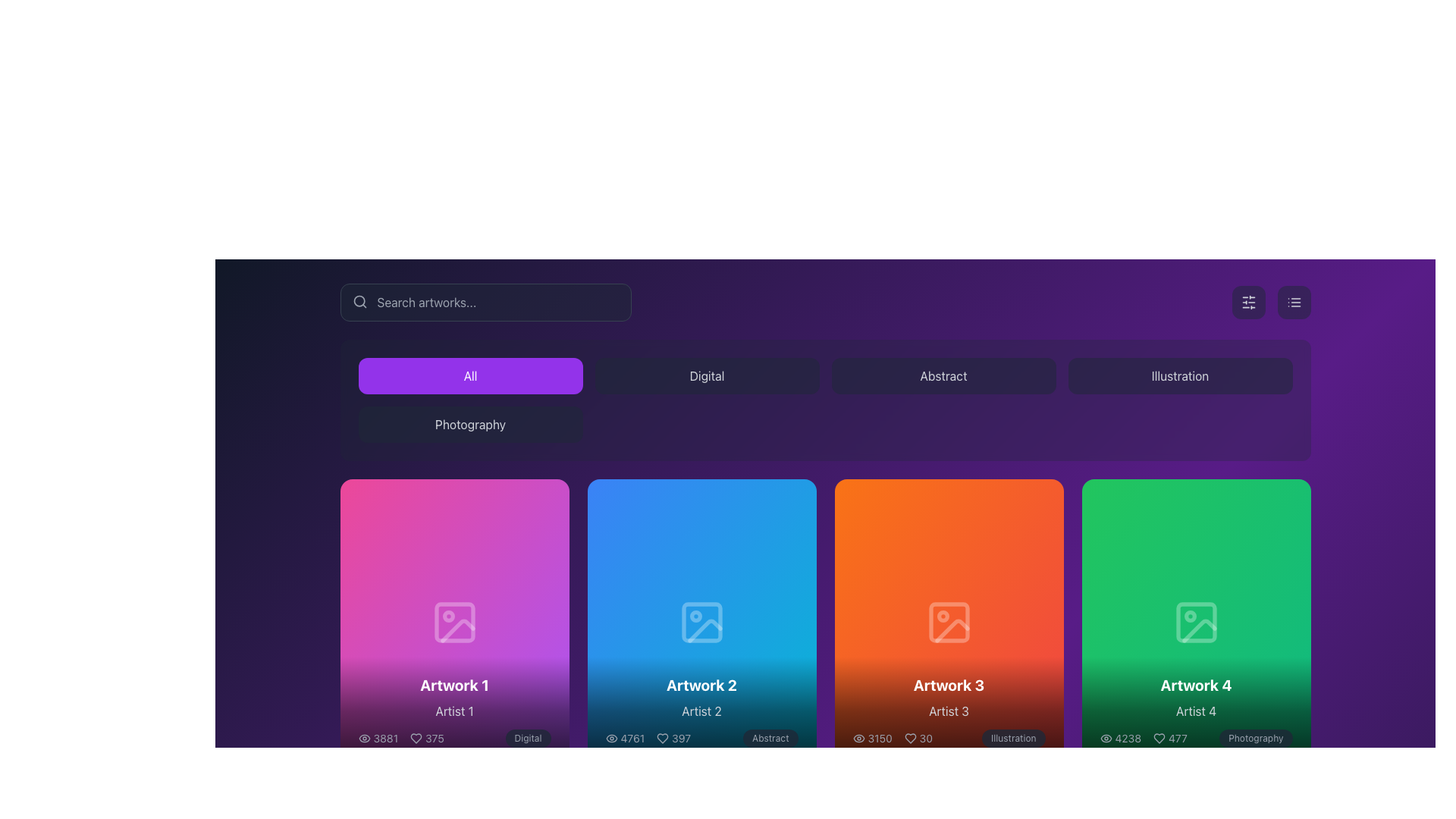 Image resolution: width=1456 pixels, height=819 pixels. Describe the element at coordinates (701, 685) in the screenshot. I see `text content of the title label 'Artwork 2' located below the image icon in the second card of the grid` at that location.